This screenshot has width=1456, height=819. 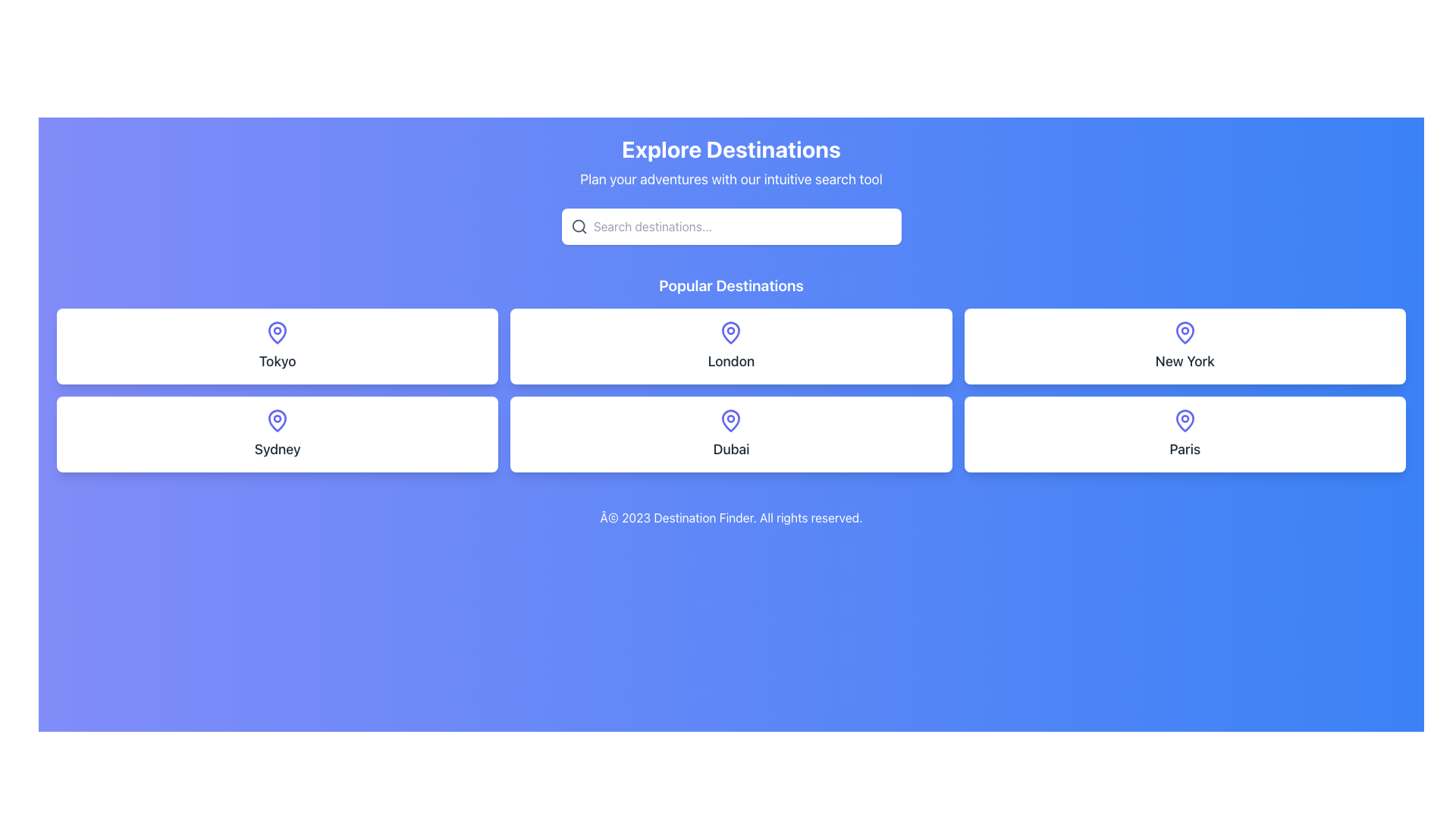 I want to click on the indigo heart-shaped map pin icon located above the 'Paris' label, so click(x=1184, y=421).